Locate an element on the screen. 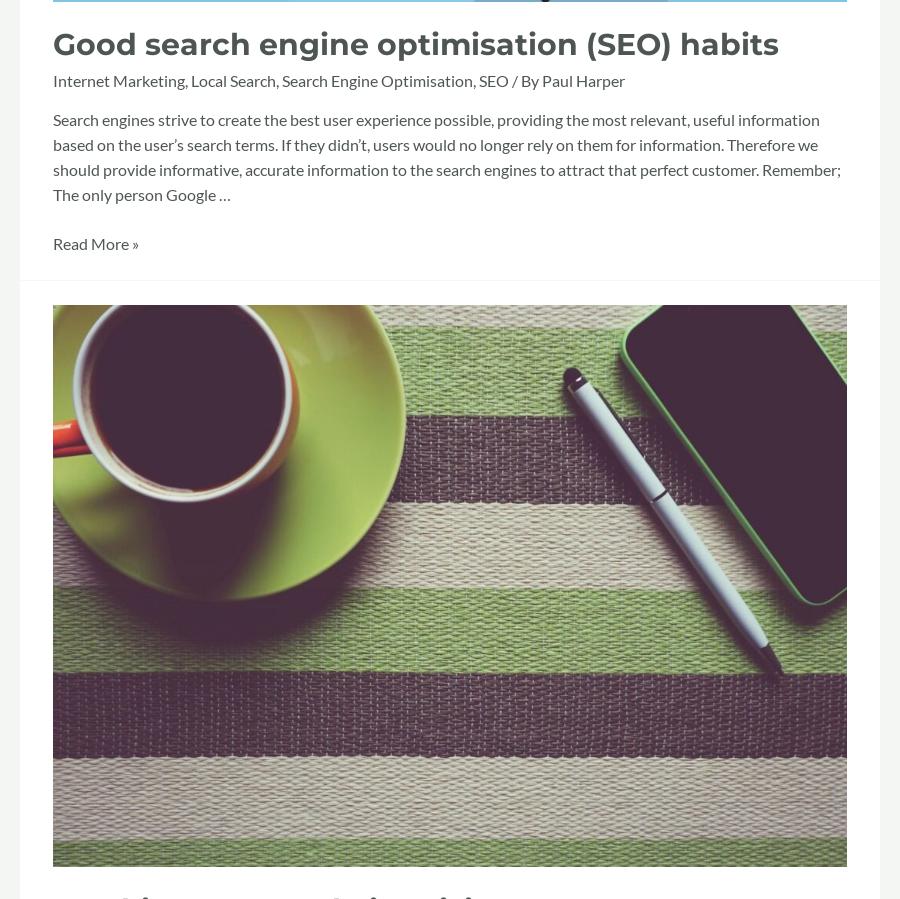 The height and width of the screenshot is (899, 900). 'Good search engine optimisation (SEO) habits' is located at coordinates (52, 43).